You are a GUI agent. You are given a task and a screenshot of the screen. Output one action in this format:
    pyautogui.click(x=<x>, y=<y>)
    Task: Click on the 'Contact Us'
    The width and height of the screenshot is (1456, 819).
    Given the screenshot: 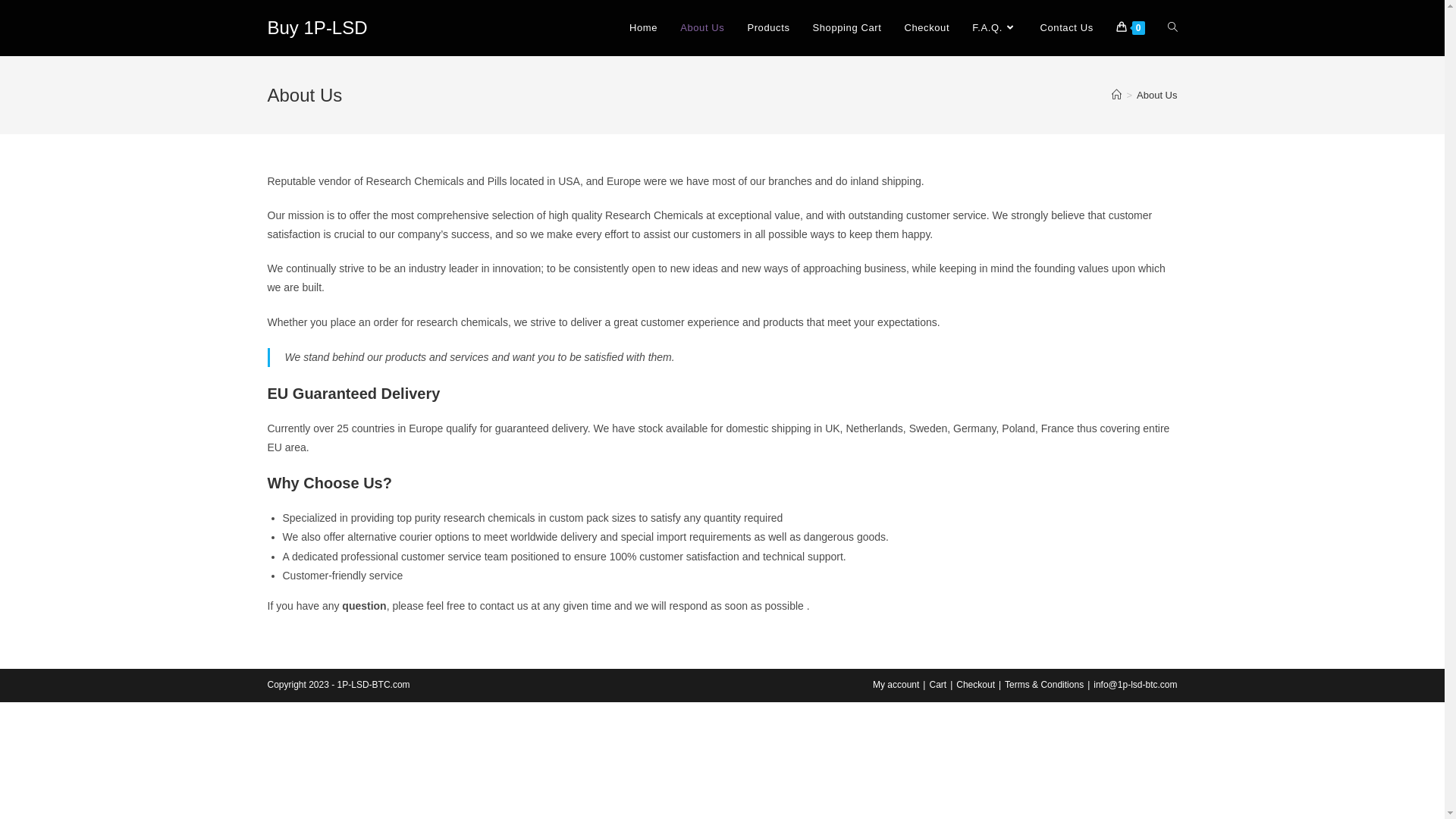 What is the action you would take?
    pyautogui.click(x=1028, y=28)
    